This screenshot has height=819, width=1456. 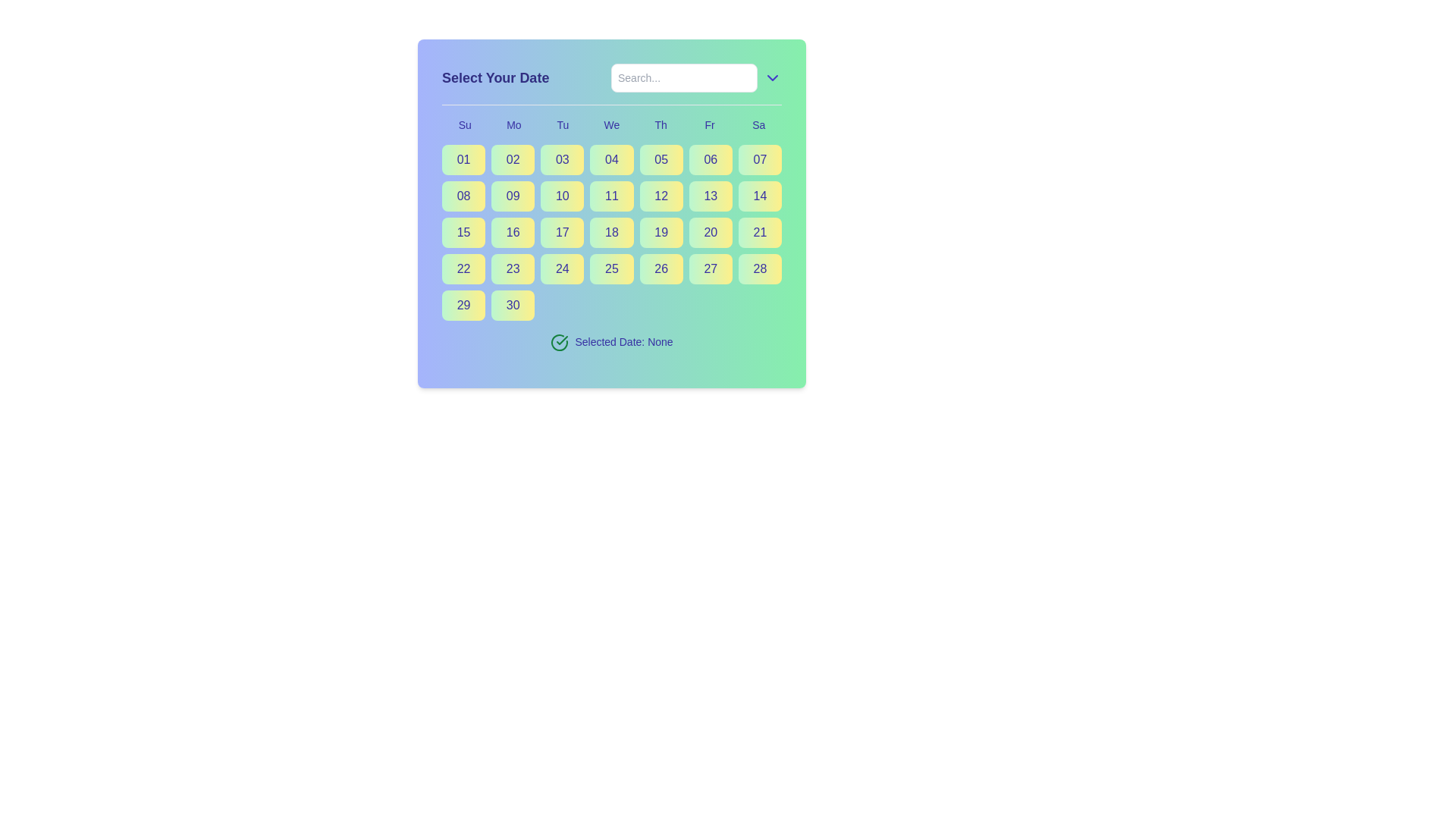 What do you see at coordinates (709, 195) in the screenshot?
I see `the rectangular button labeled '13' with a gradient background from light green to light yellow, located in the fourth row and sixth column of the calendar interface` at bounding box center [709, 195].